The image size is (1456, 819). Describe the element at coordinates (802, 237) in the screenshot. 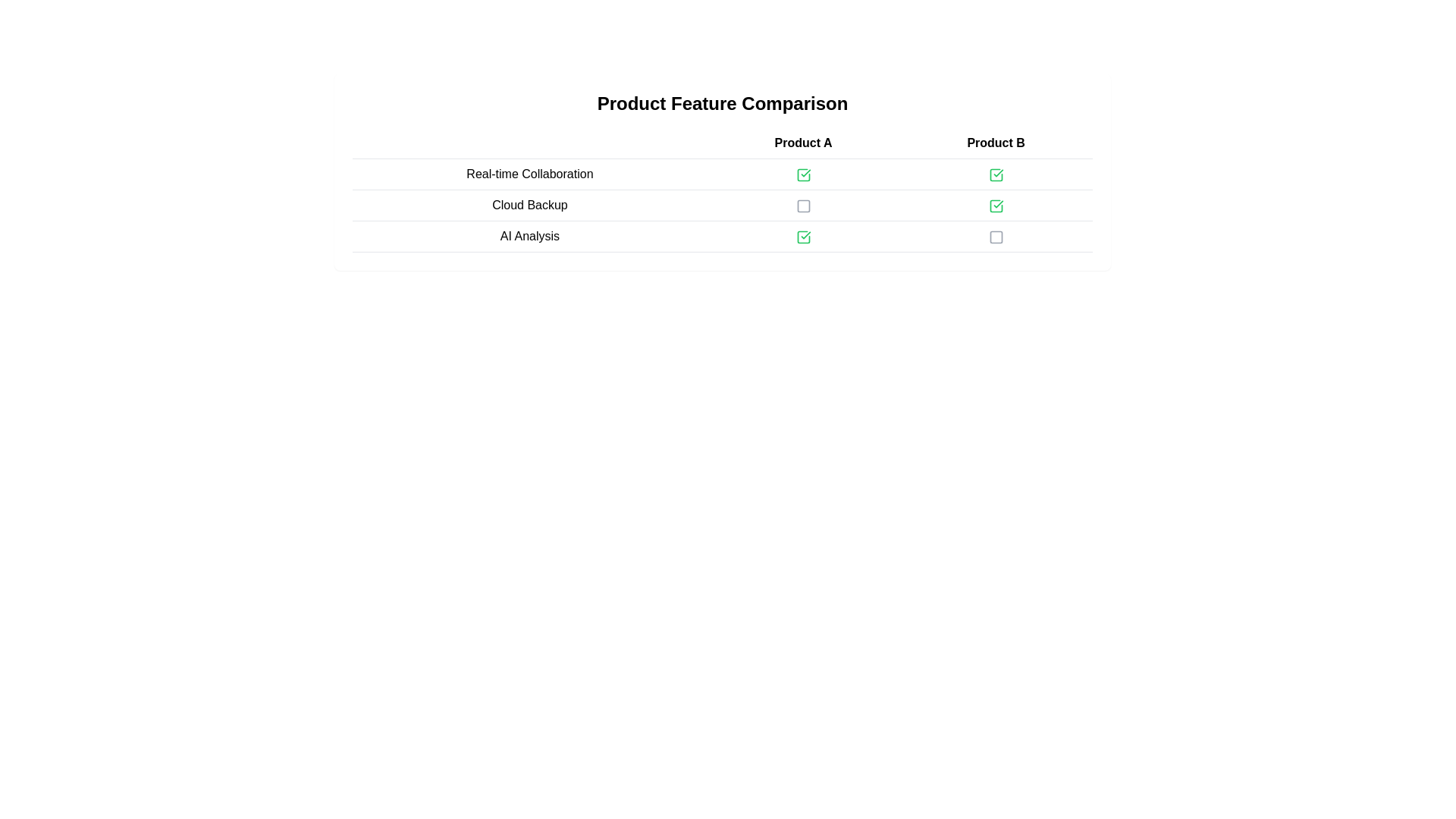

I see `the checkbox that indicates the availability of the 'AI Analysis' feature for 'Product A' in the third row of the comparison table` at that location.